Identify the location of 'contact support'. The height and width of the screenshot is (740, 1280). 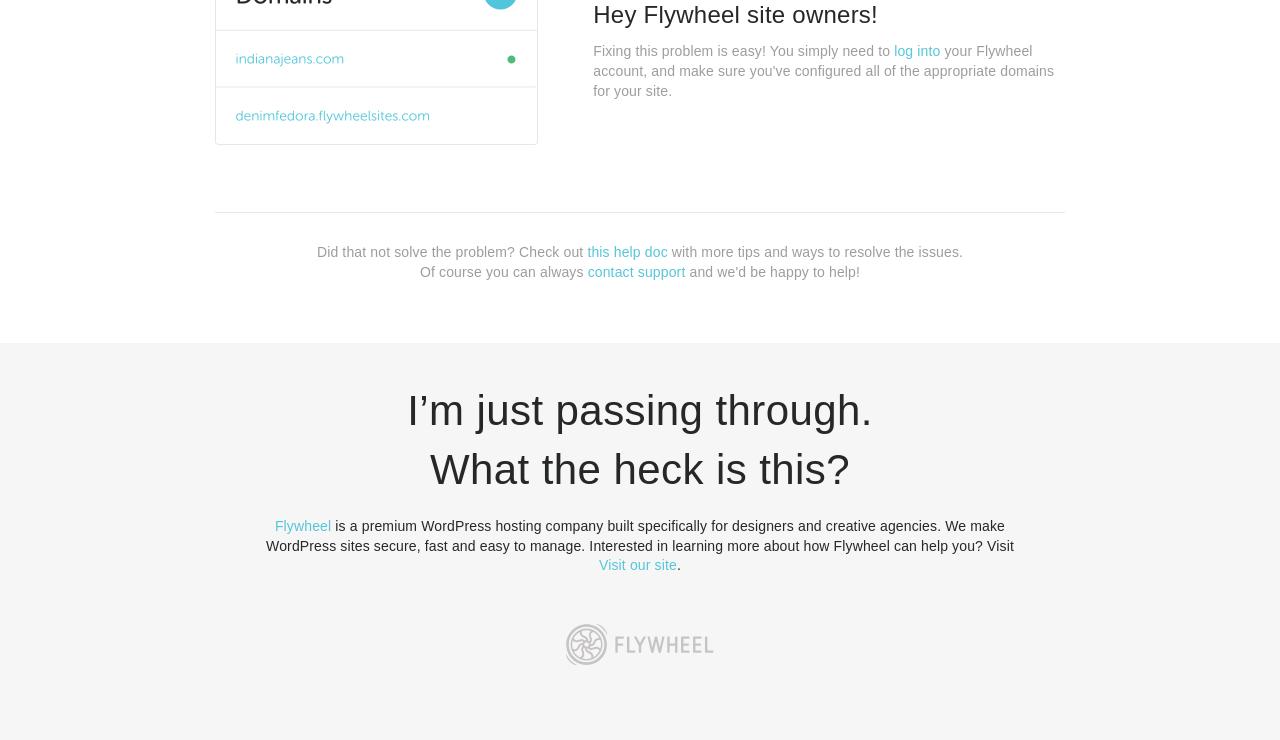
(635, 269).